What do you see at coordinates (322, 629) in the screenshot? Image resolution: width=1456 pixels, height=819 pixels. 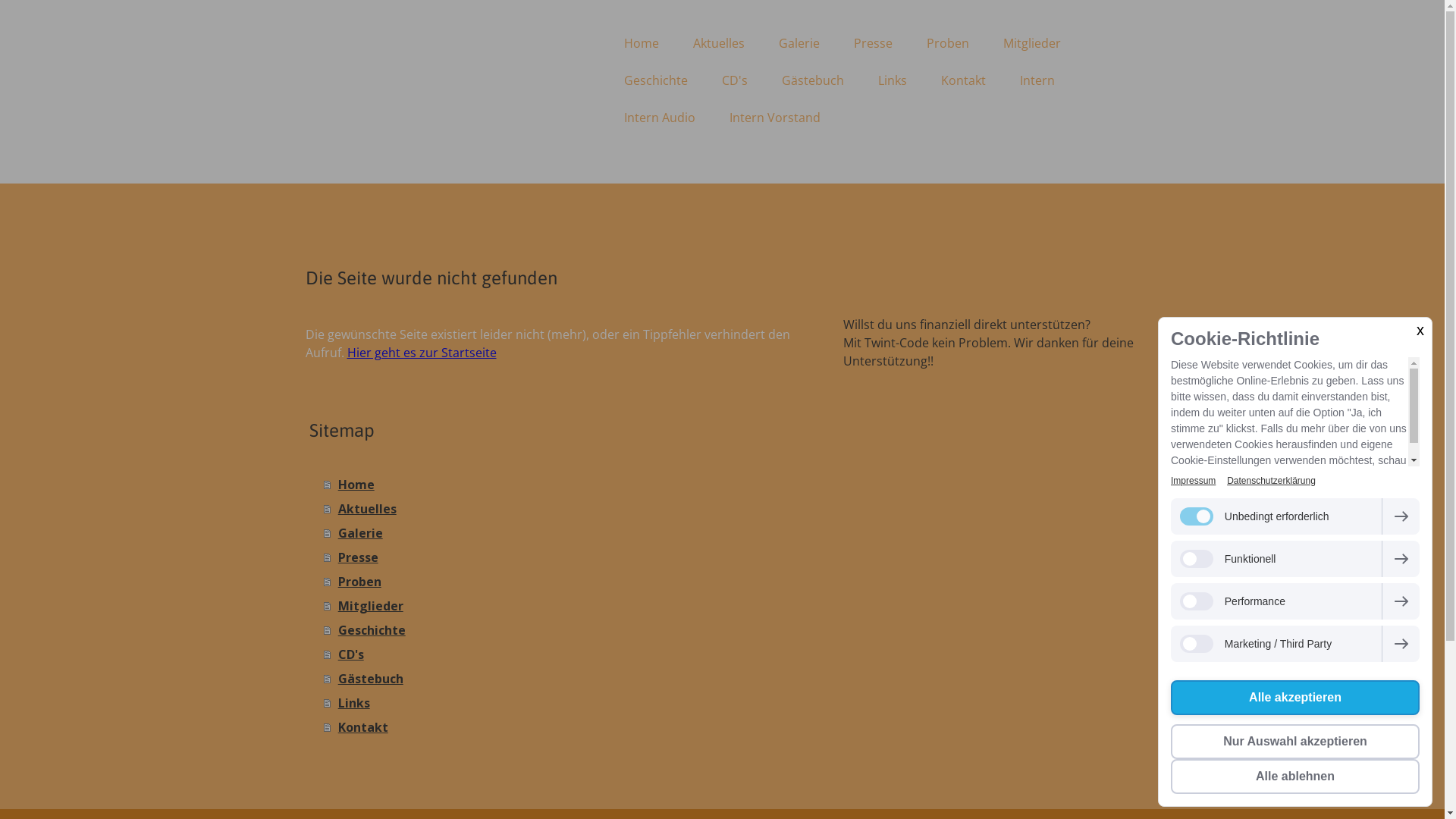 I see `'Geschichte'` at bounding box center [322, 629].